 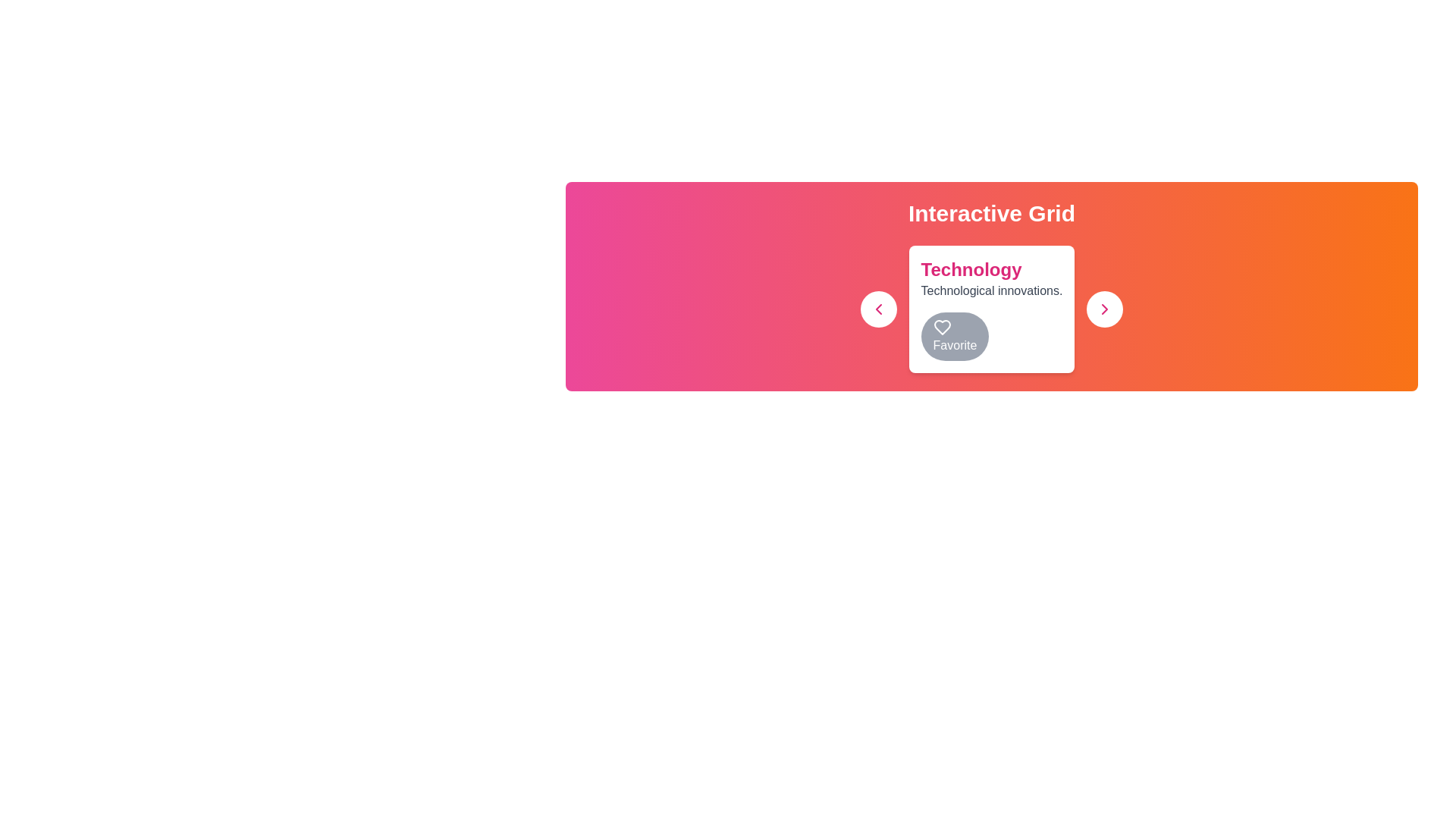 What do you see at coordinates (878, 309) in the screenshot?
I see `the navigational button located in the interactive grid that allows users to navigate to the previous item or slide, to trigger a background color change` at bounding box center [878, 309].